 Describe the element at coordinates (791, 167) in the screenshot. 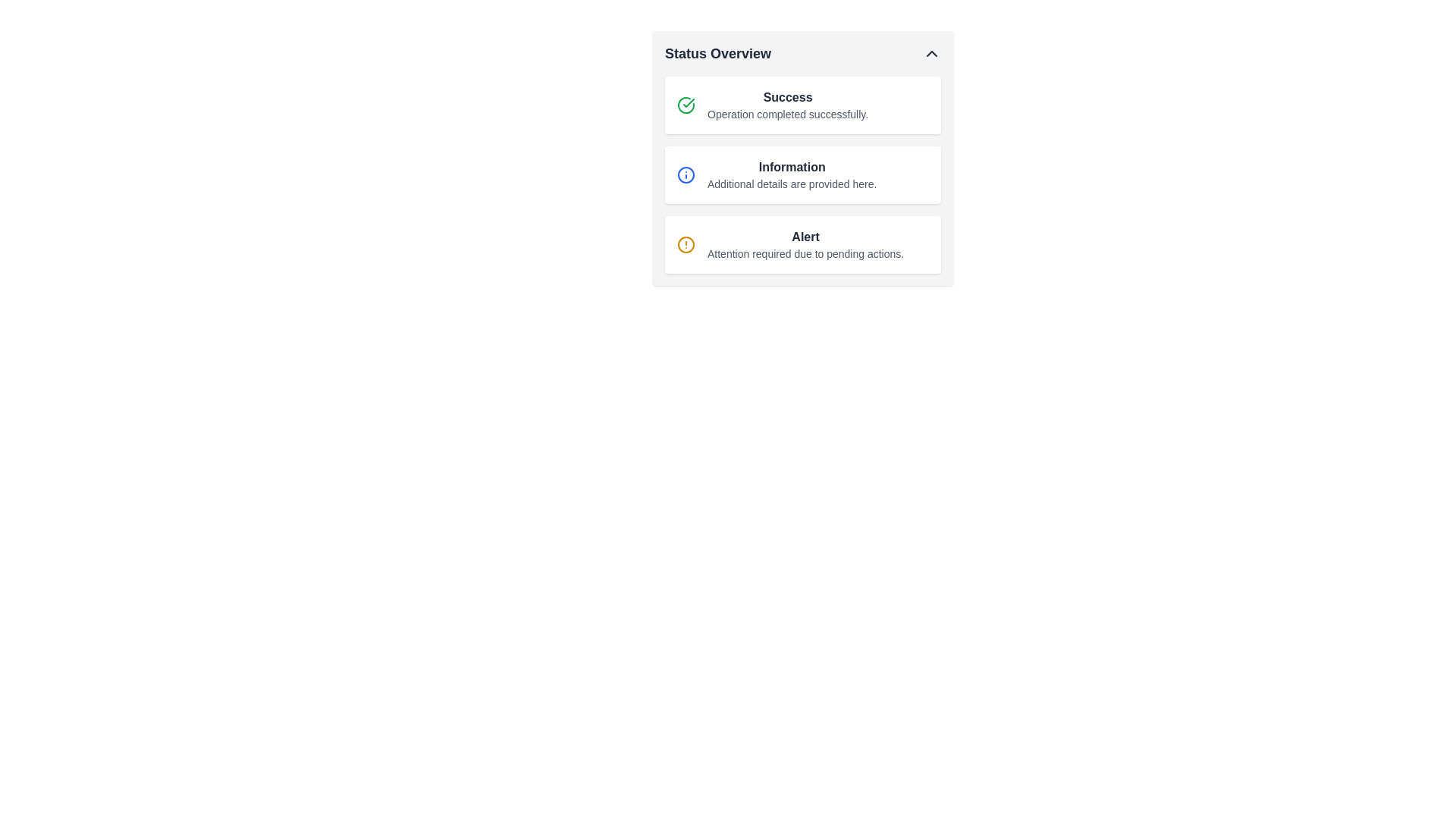

I see `the bolded text element reading 'Information' which is styled in grayish-black color and positioned above additional descriptive text in the second card of the 'Status Overview' section` at that location.